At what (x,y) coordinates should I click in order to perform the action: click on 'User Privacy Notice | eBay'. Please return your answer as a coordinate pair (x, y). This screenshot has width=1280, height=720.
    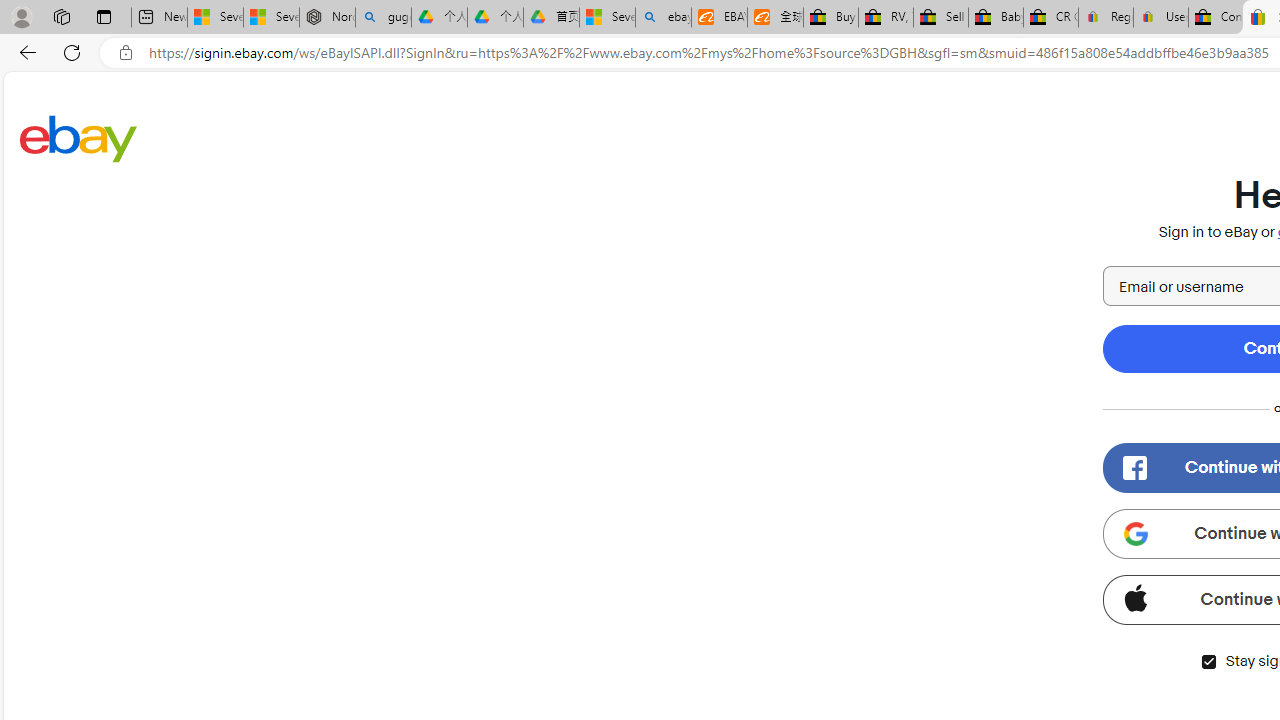
    Looking at the image, I should click on (1160, 17).